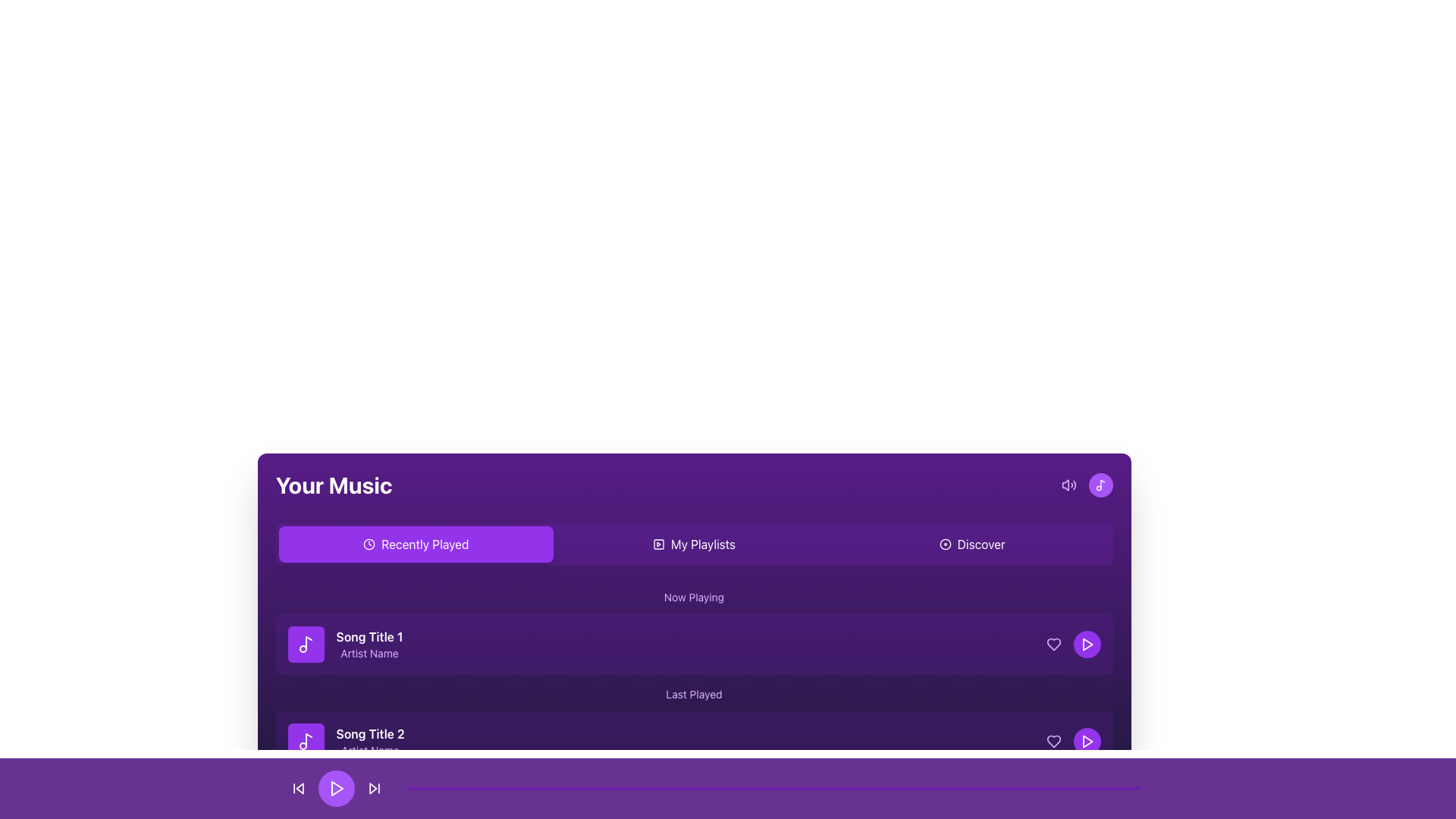 This screenshot has width=1456, height=819. What do you see at coordinates (344, 644) in the screenshot?
I see `the first List Item in the 'Your Music' section, which features a purple background, a musical note icon on the left, and displays the song's title and artist's name` at bounding box center [344, 644].